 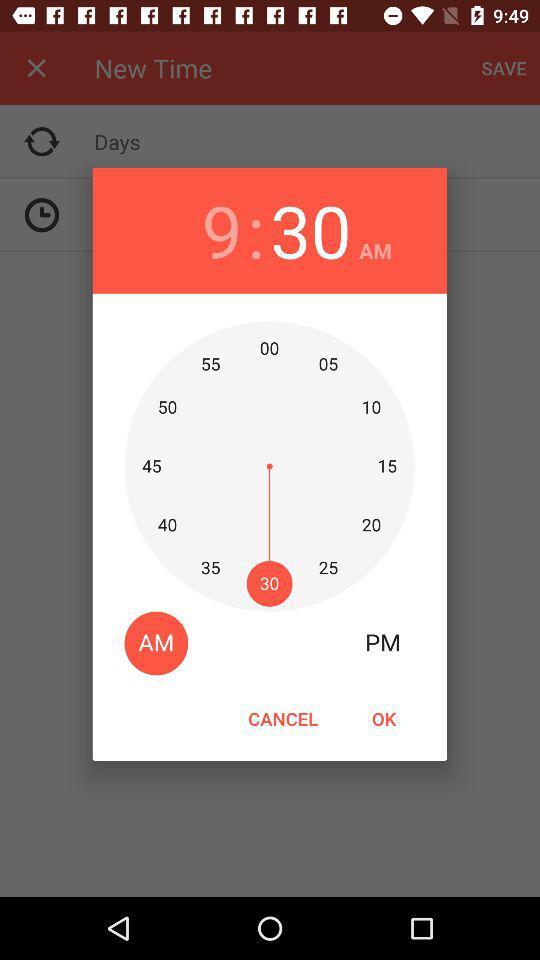 I want to click on the icon next to the ok item, so click(x=282, y=718).